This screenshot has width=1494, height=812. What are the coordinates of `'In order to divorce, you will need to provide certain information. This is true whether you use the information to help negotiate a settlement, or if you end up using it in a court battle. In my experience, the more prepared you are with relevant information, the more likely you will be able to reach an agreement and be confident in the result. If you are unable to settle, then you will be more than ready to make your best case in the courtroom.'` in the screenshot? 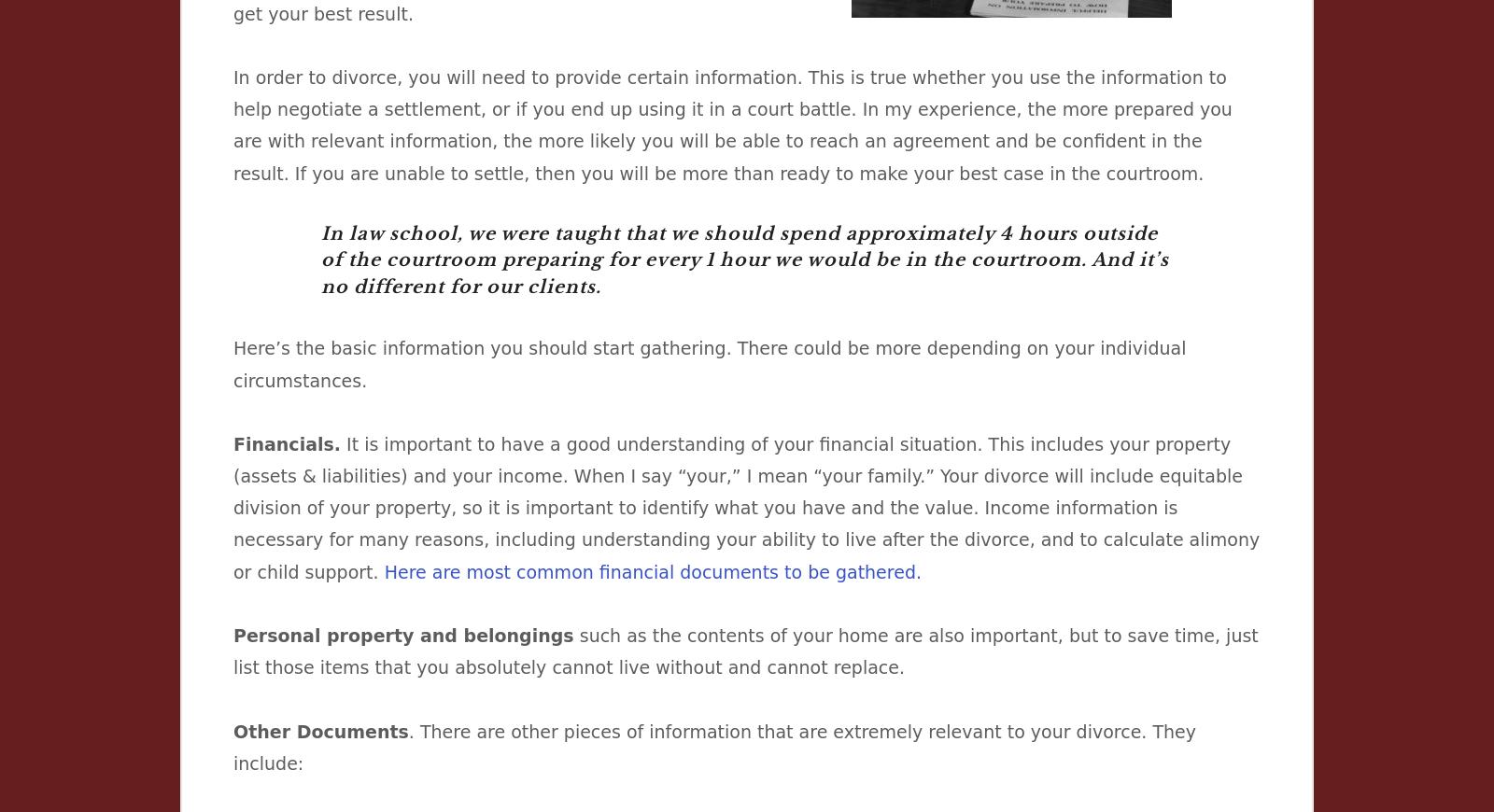 It's located at (233, 123).